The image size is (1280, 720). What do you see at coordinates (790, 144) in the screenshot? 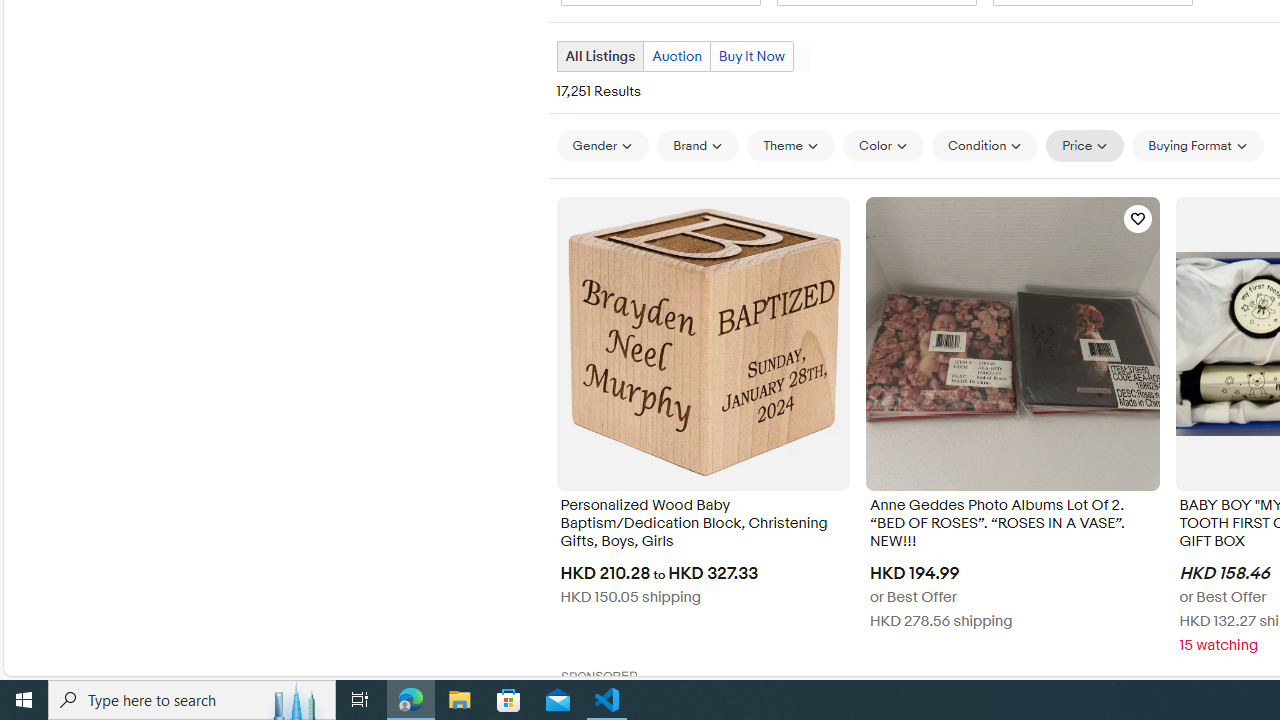
I see `'Theme'` at bounding box center [790, 144].